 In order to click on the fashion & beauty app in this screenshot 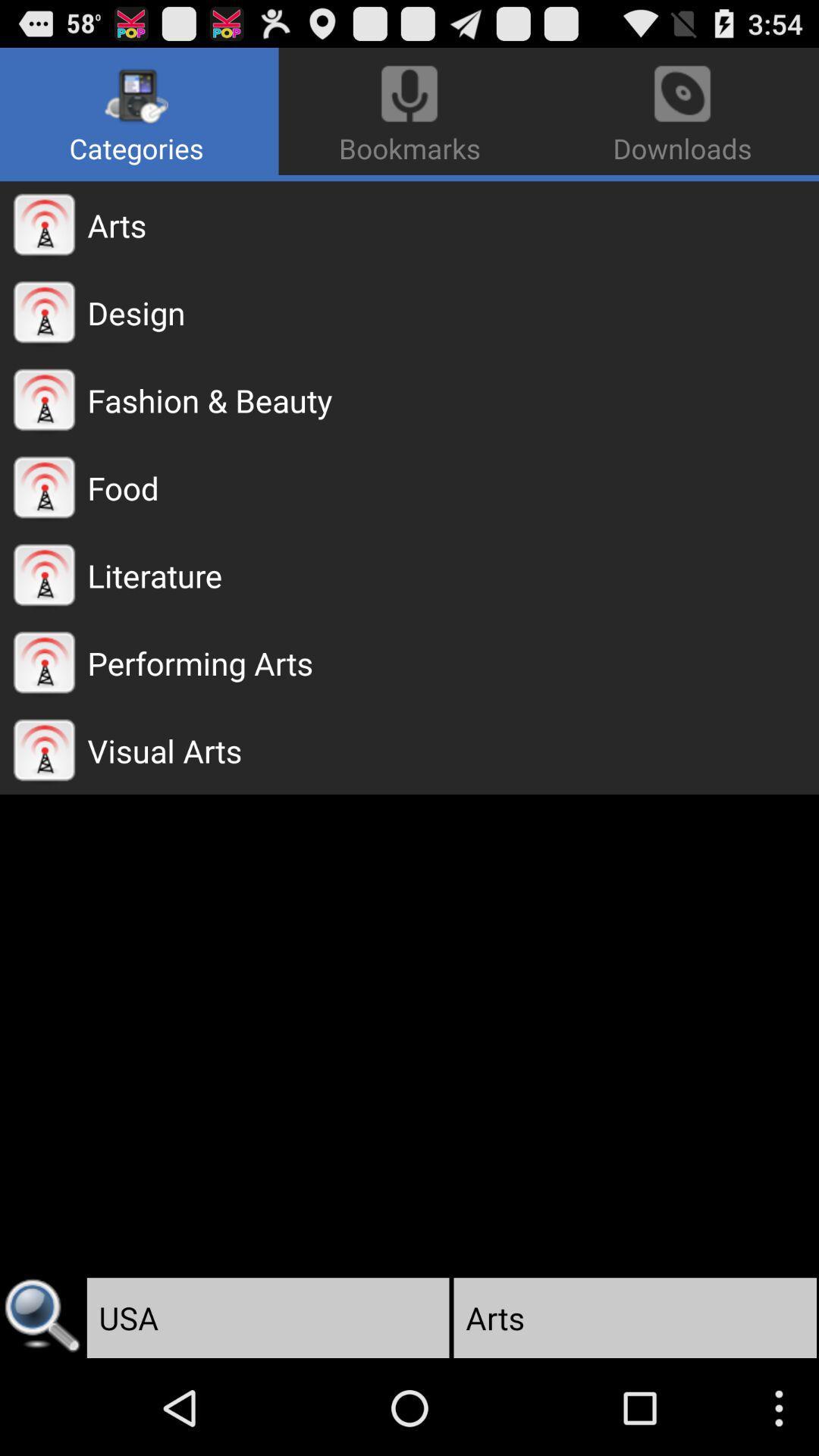, I will do `click(452, 400)`.